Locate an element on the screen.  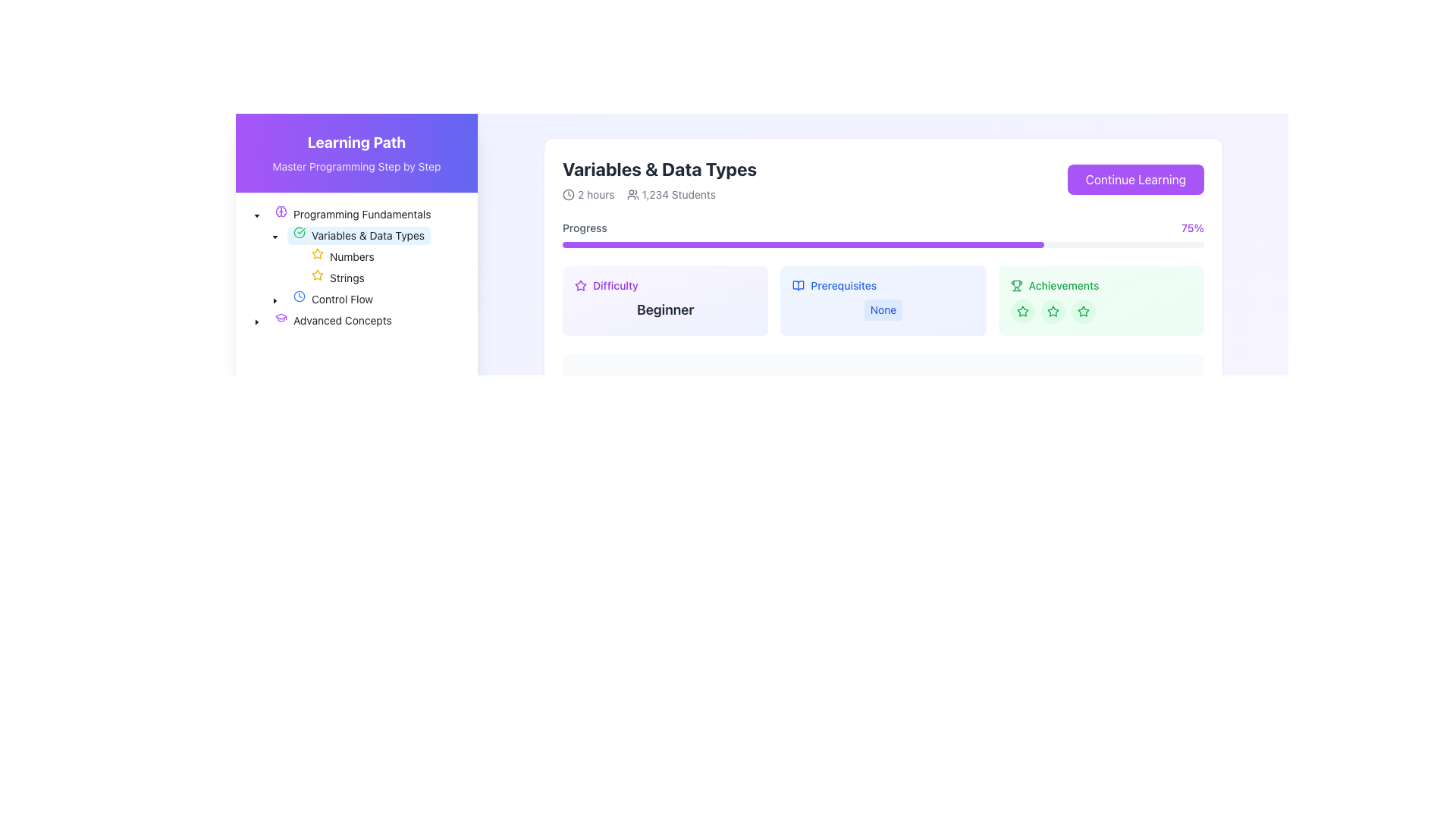
the 'Achievements' text label, which is styled in green and conveys importance is located at coordinates (1063, 286).